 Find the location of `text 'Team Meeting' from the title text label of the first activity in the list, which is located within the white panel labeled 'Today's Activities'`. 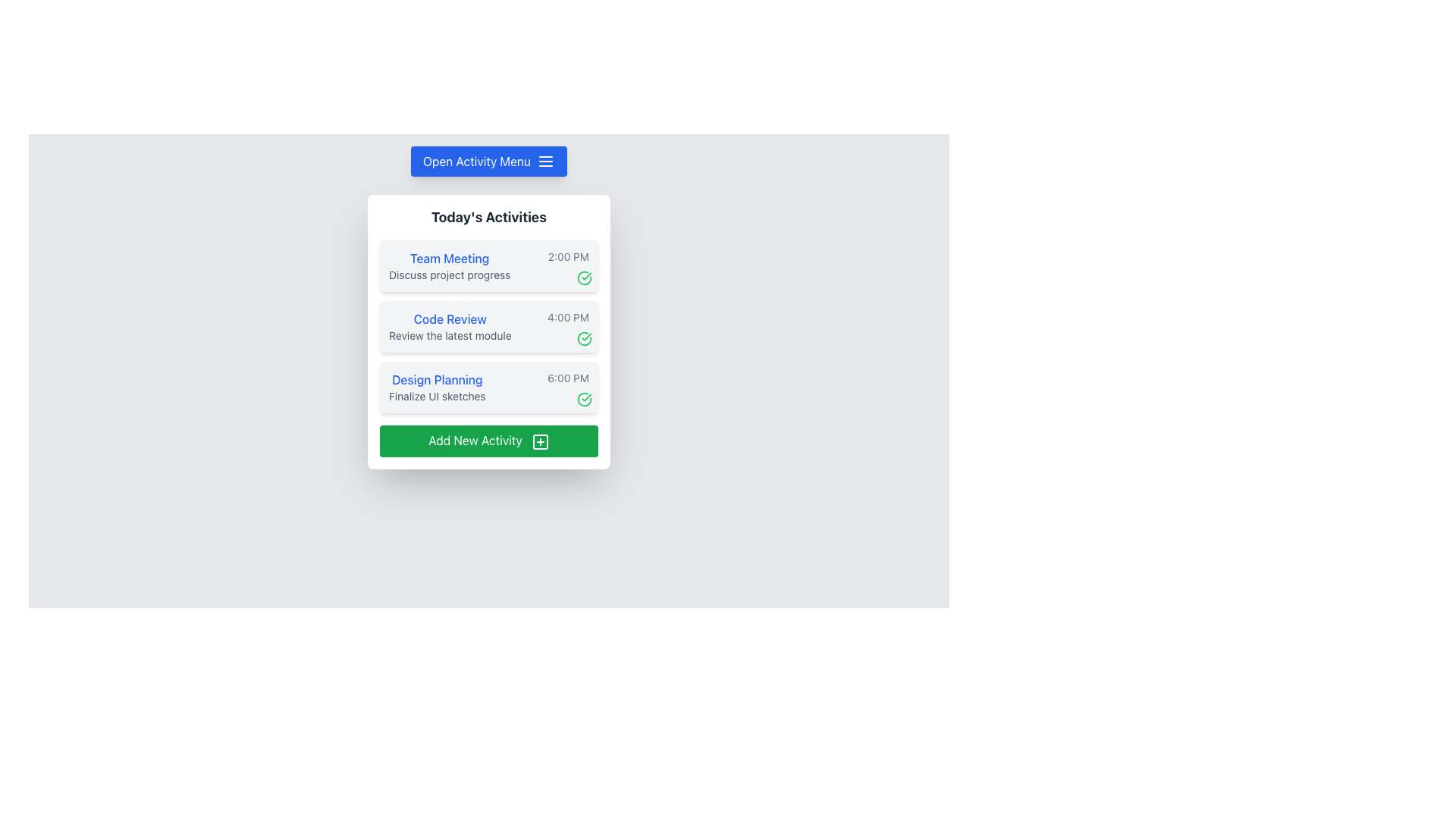

text 'Team Meeting' from the title text label of the first activity in the list, which is located within the white panel labeled 'Today's Activities' is located at coordinates (449, 257).